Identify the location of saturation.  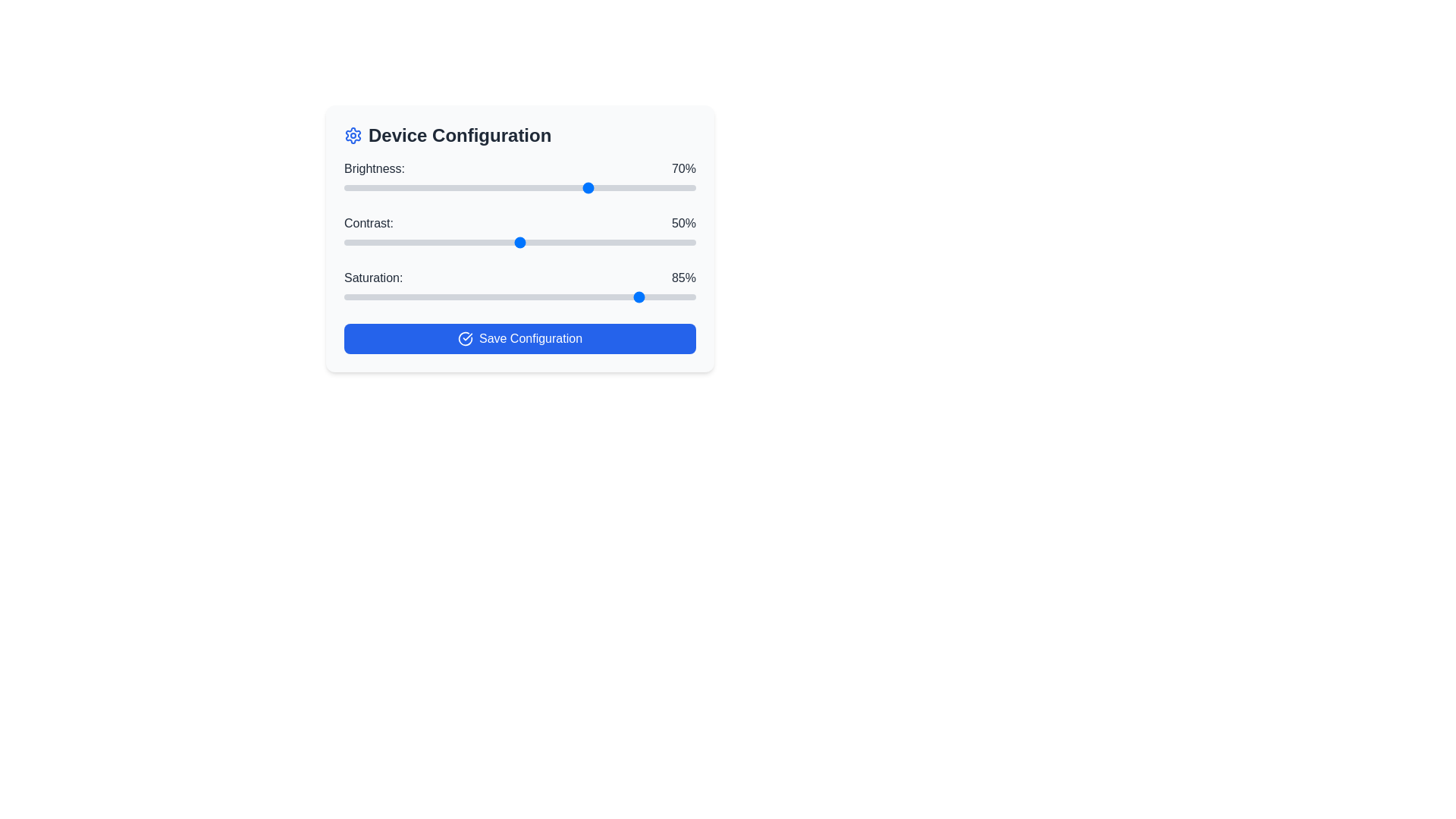
(422, 297).